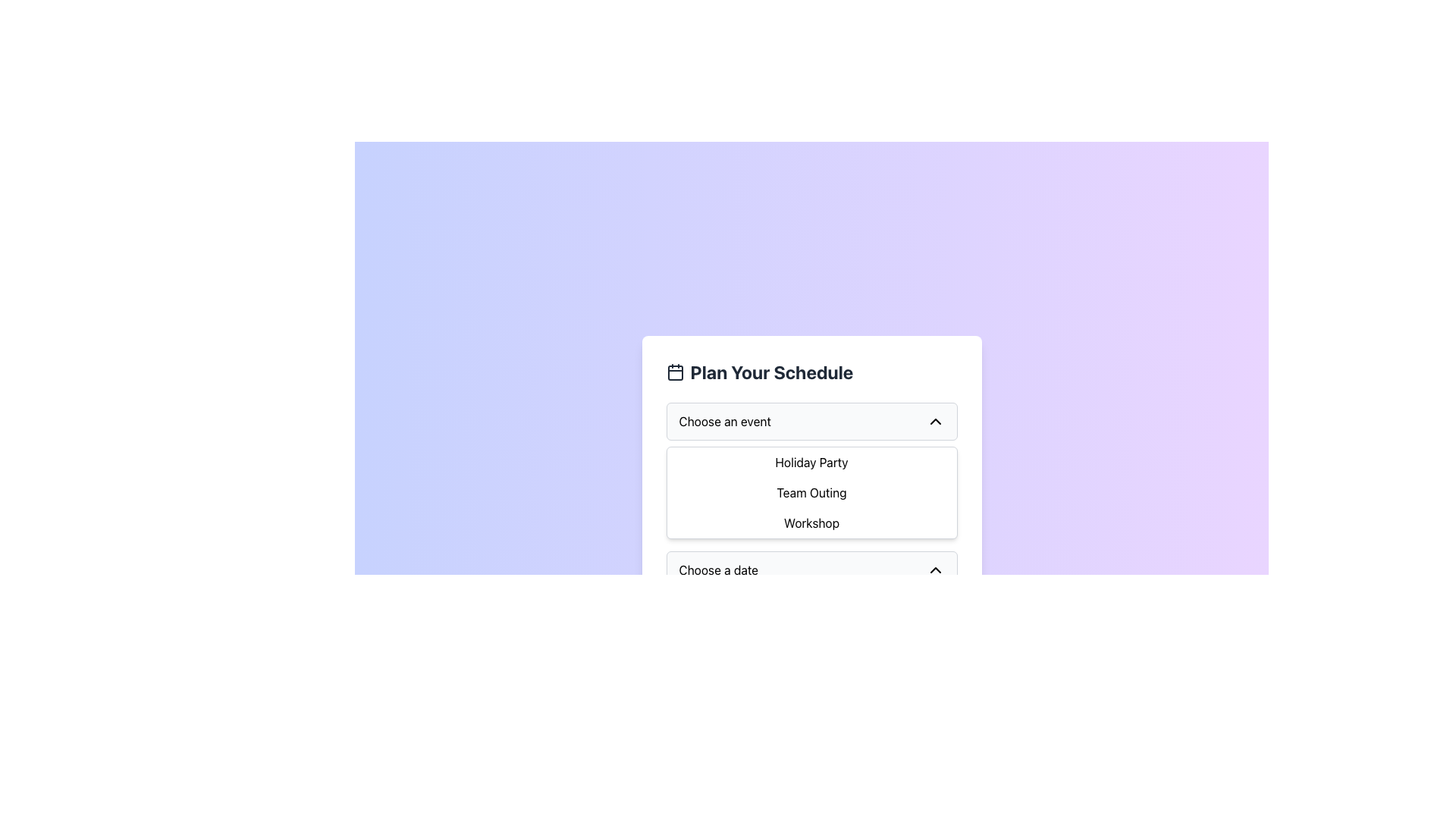 The width and height of the screenshot is (1456, 819). Describe the element at coordinates (811, 493) in the screenshot. I see `the options in the dropdown menu located directly below the 'Choose an event' button, which contains 'Holiday Party', 'Team Outing', and 'Workshop'` at that location.